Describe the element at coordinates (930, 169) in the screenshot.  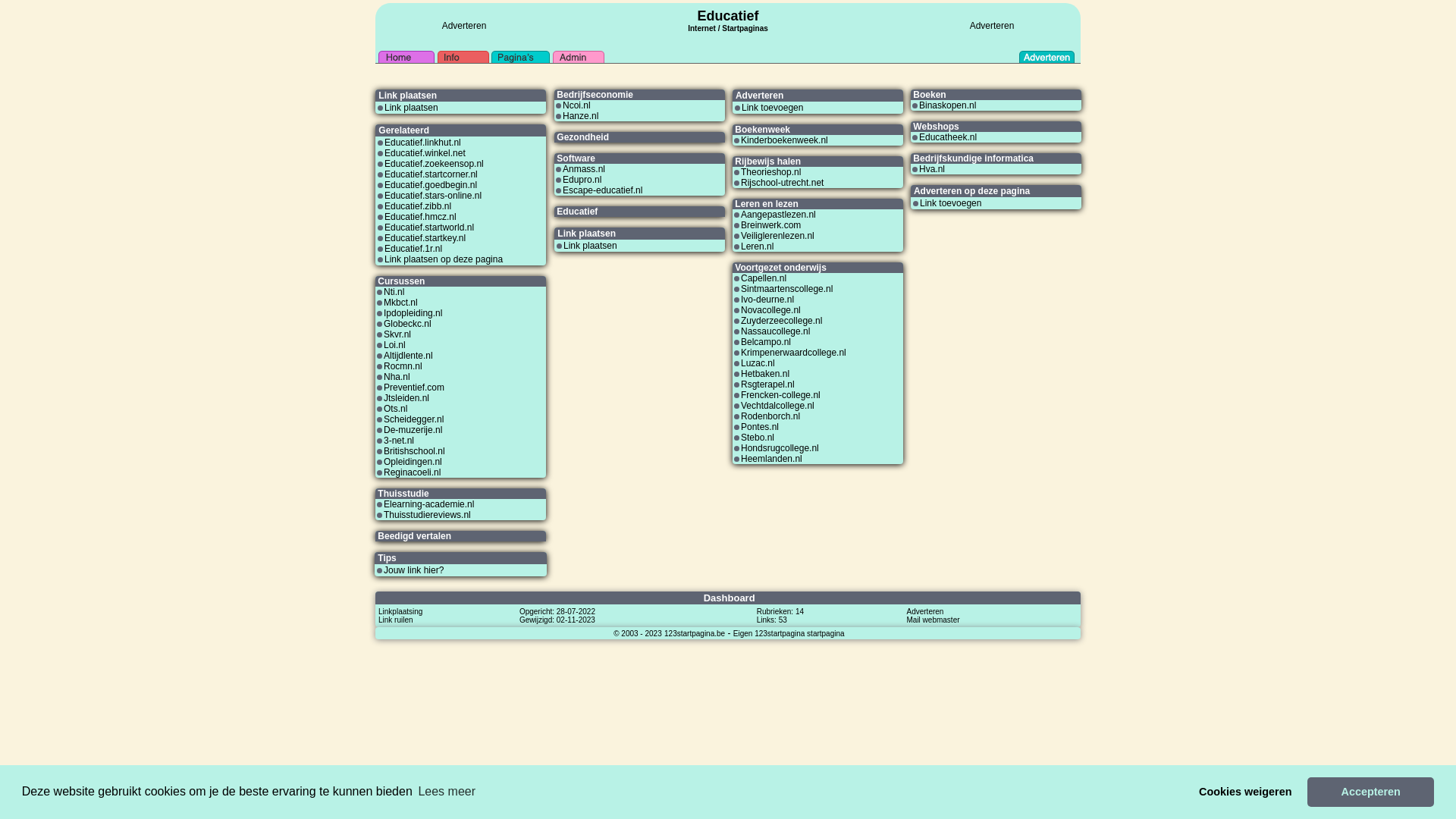
I see `'Hva.nl'` at that location.